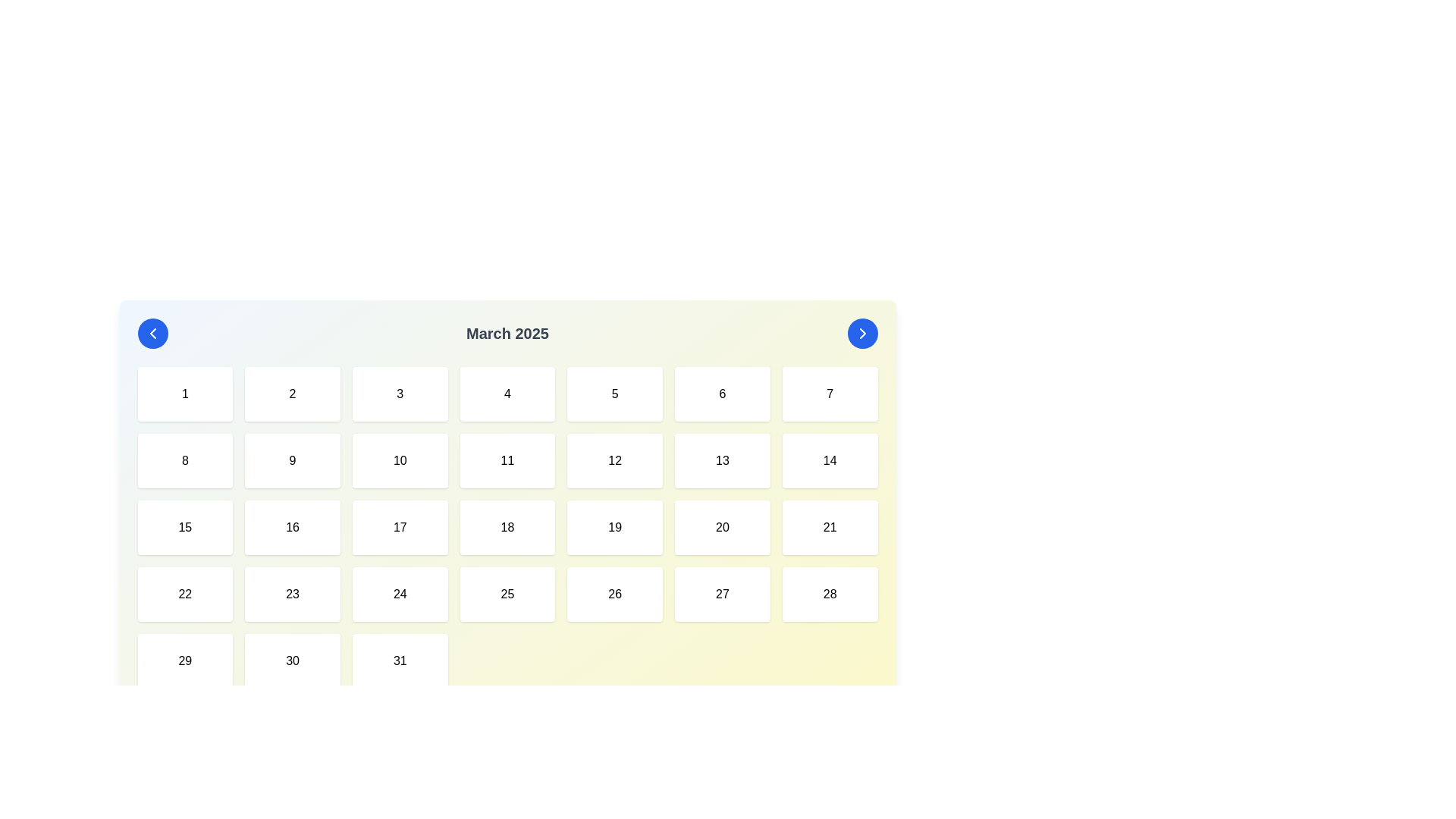 This screenshot has height=819, width=1456. I want to click on the clickable button displaying the number '5', so click(615, 394).